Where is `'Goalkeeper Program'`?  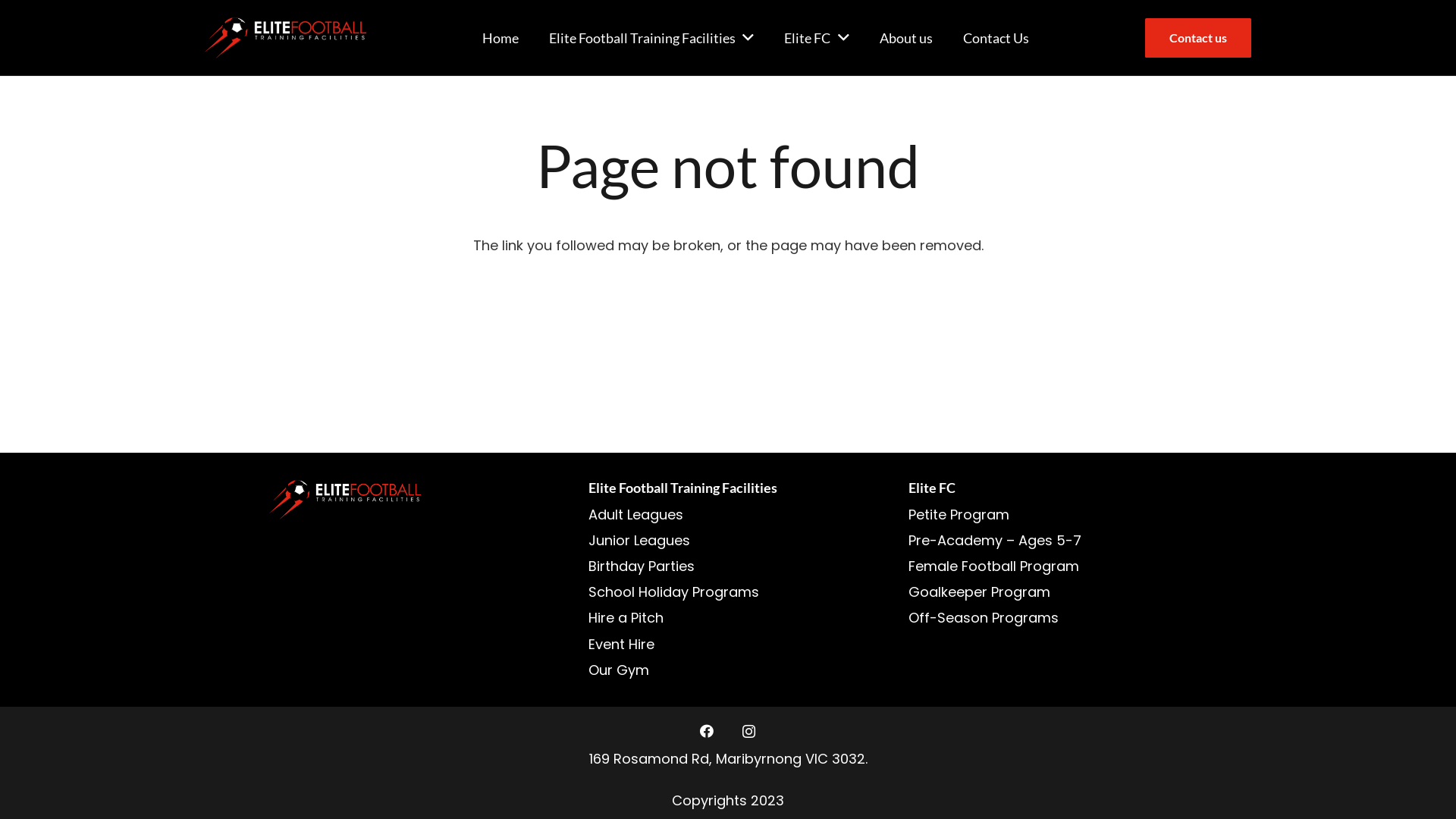
'Goalkeeper Program' is located at coordinates (908, 591).